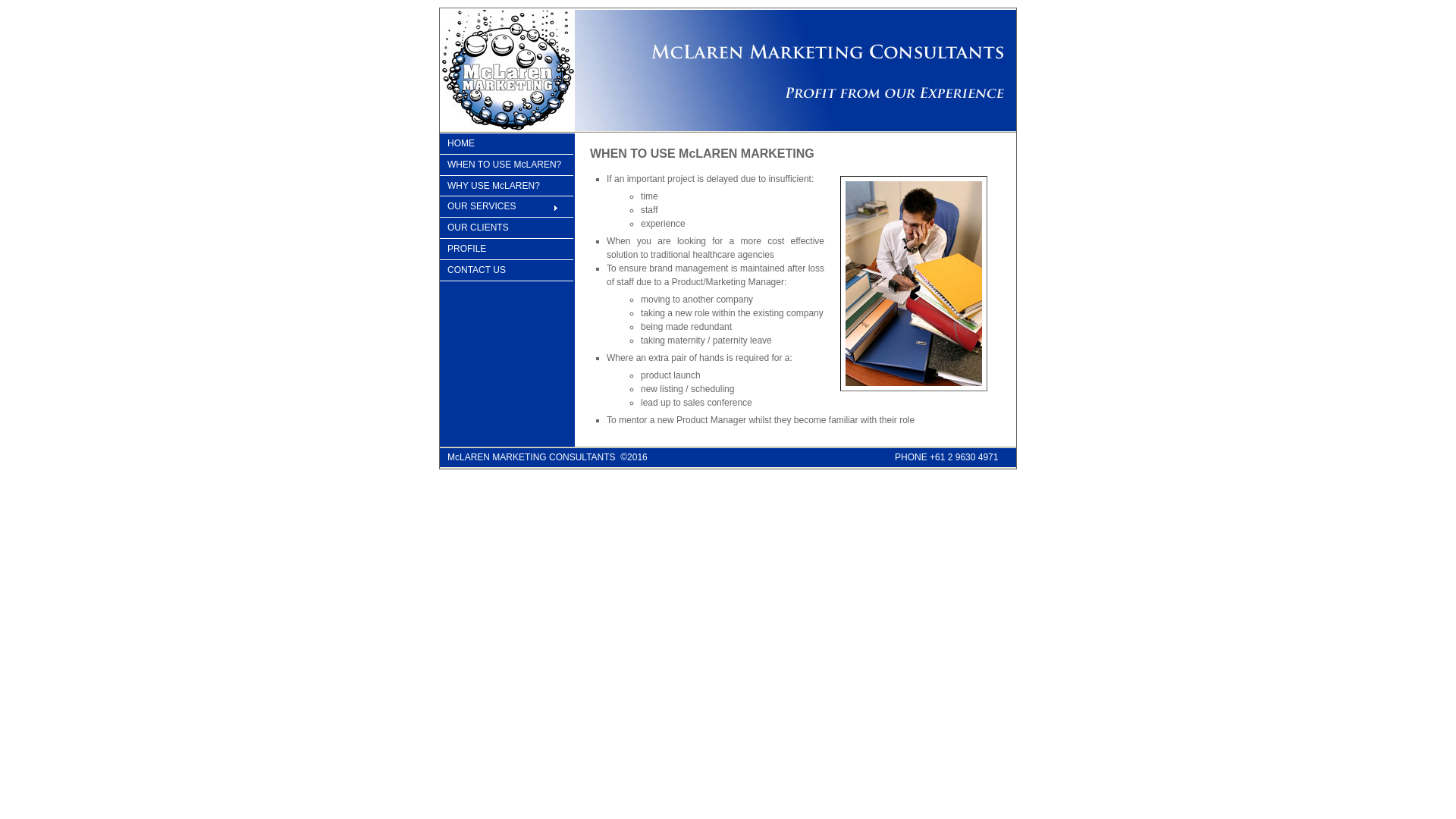 Image resolution: width=1456 pixels, height=819 pixels. I want to click on 'WHY USE McLAREN?', so click(506, 186).